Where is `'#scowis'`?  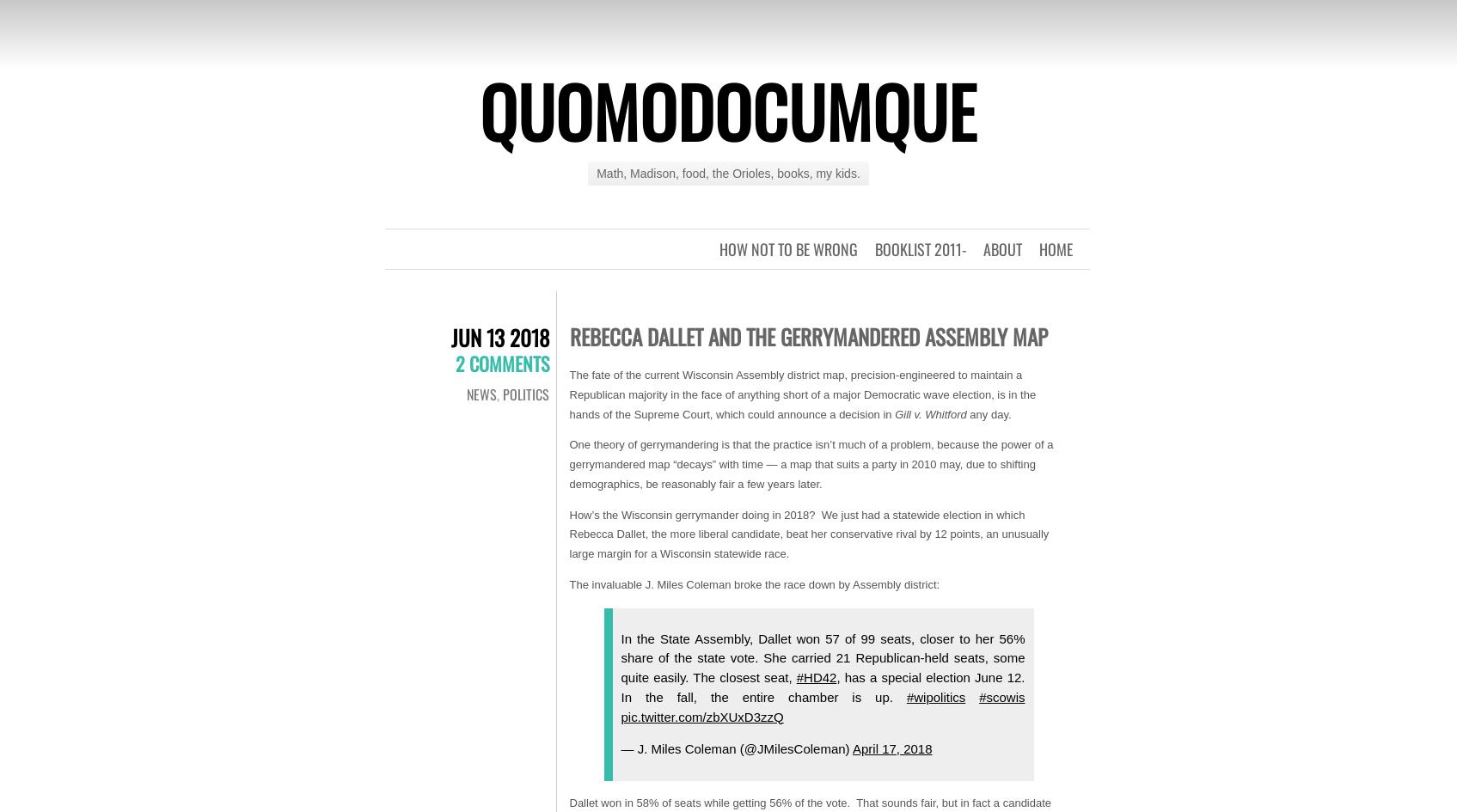
'#scowis' is located at coordinates (1001, 696).